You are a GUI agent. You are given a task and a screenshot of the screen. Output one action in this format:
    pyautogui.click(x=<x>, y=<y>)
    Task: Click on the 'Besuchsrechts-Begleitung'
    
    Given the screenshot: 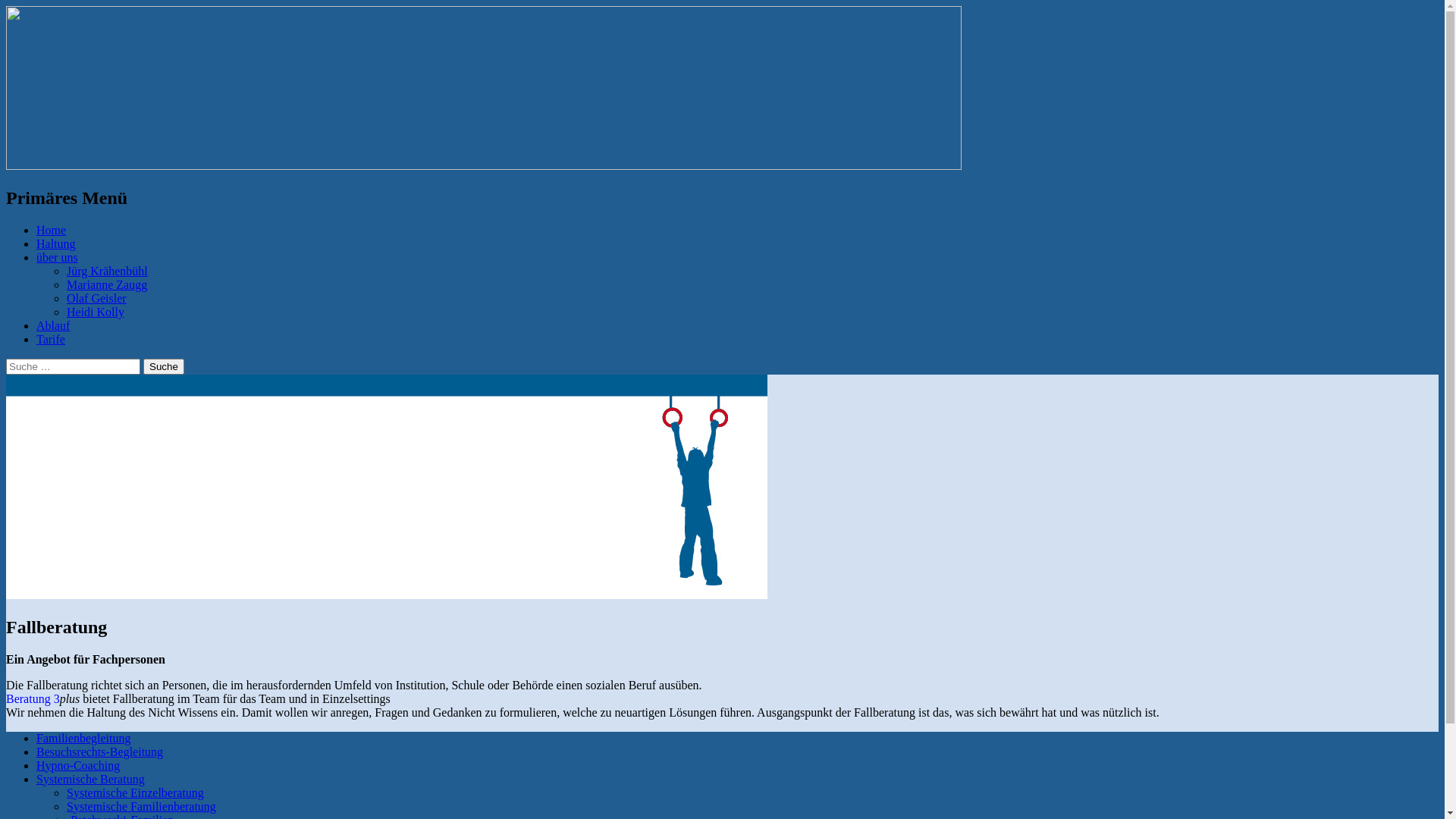 What is the action you would take?
    pyautogui.click(x=99, y=752)
    